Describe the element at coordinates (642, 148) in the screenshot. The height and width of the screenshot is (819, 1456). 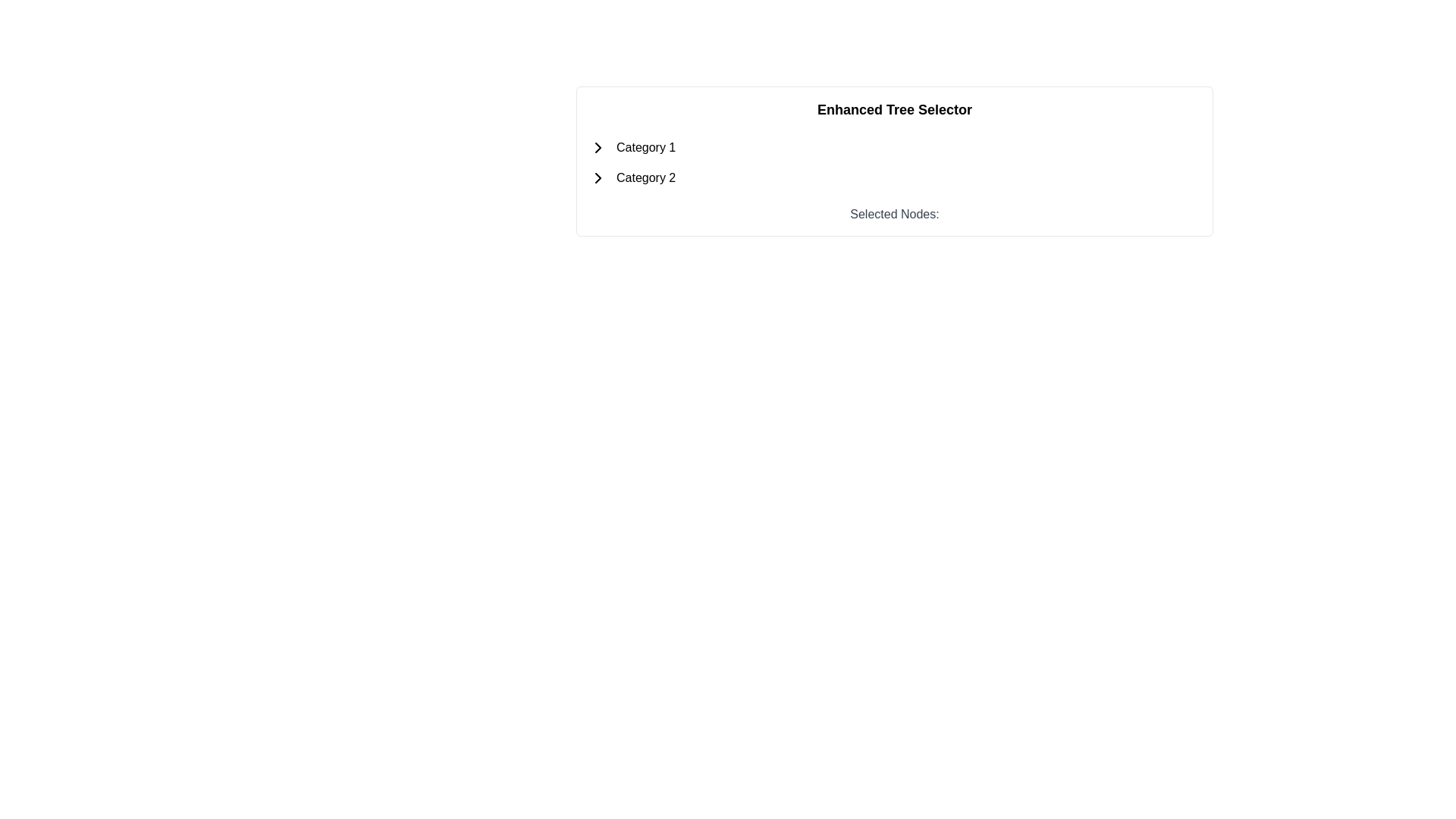
I see `the 'Category 1' text label located in the first category group of the tree structure` at that location.